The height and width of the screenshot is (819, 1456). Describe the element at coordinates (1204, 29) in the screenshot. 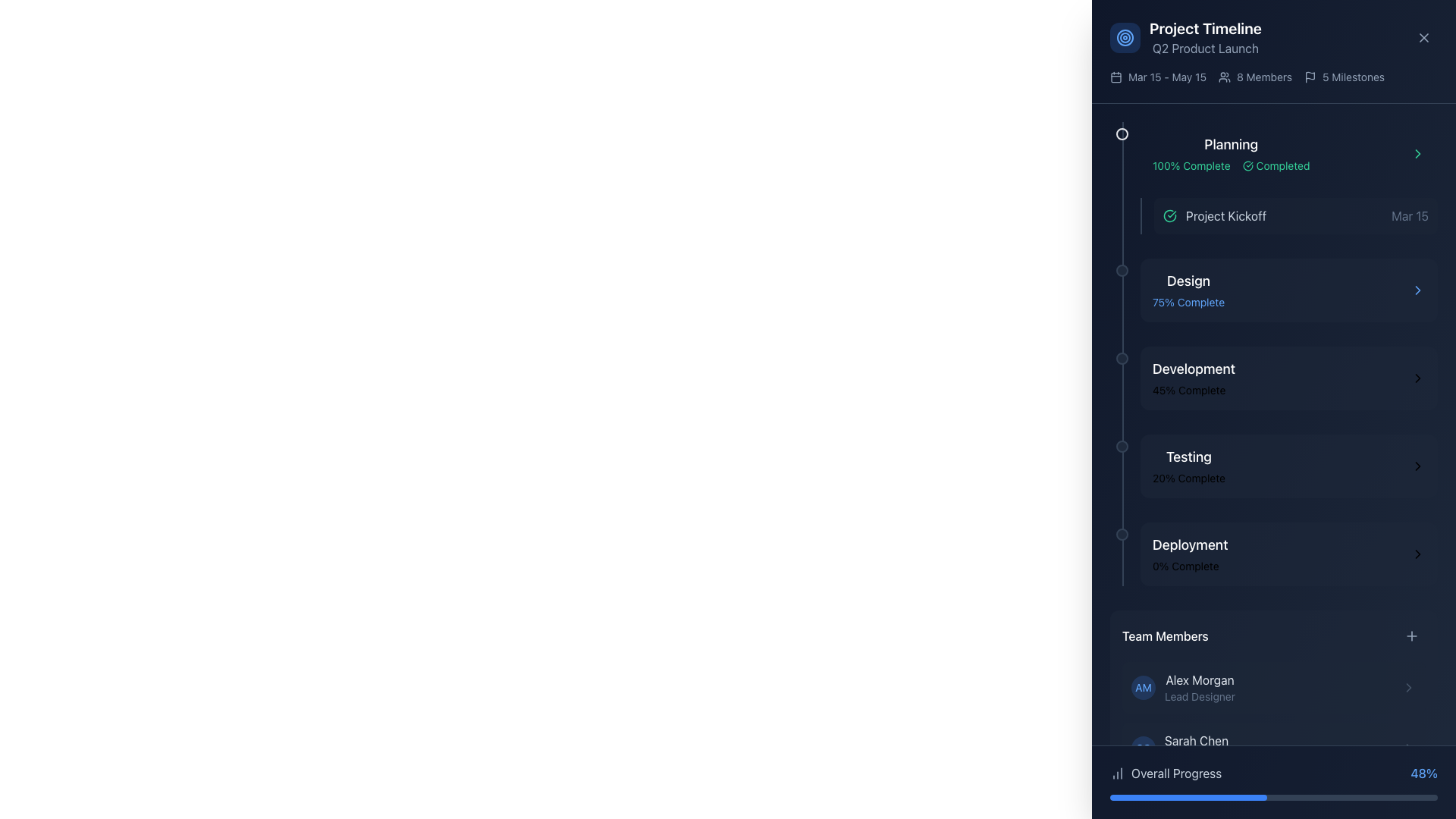

I see `title text of the text label displaying 'Project Timeline', which is a large, bold, white font positioned at the top-left of the sidebar section` at that location.